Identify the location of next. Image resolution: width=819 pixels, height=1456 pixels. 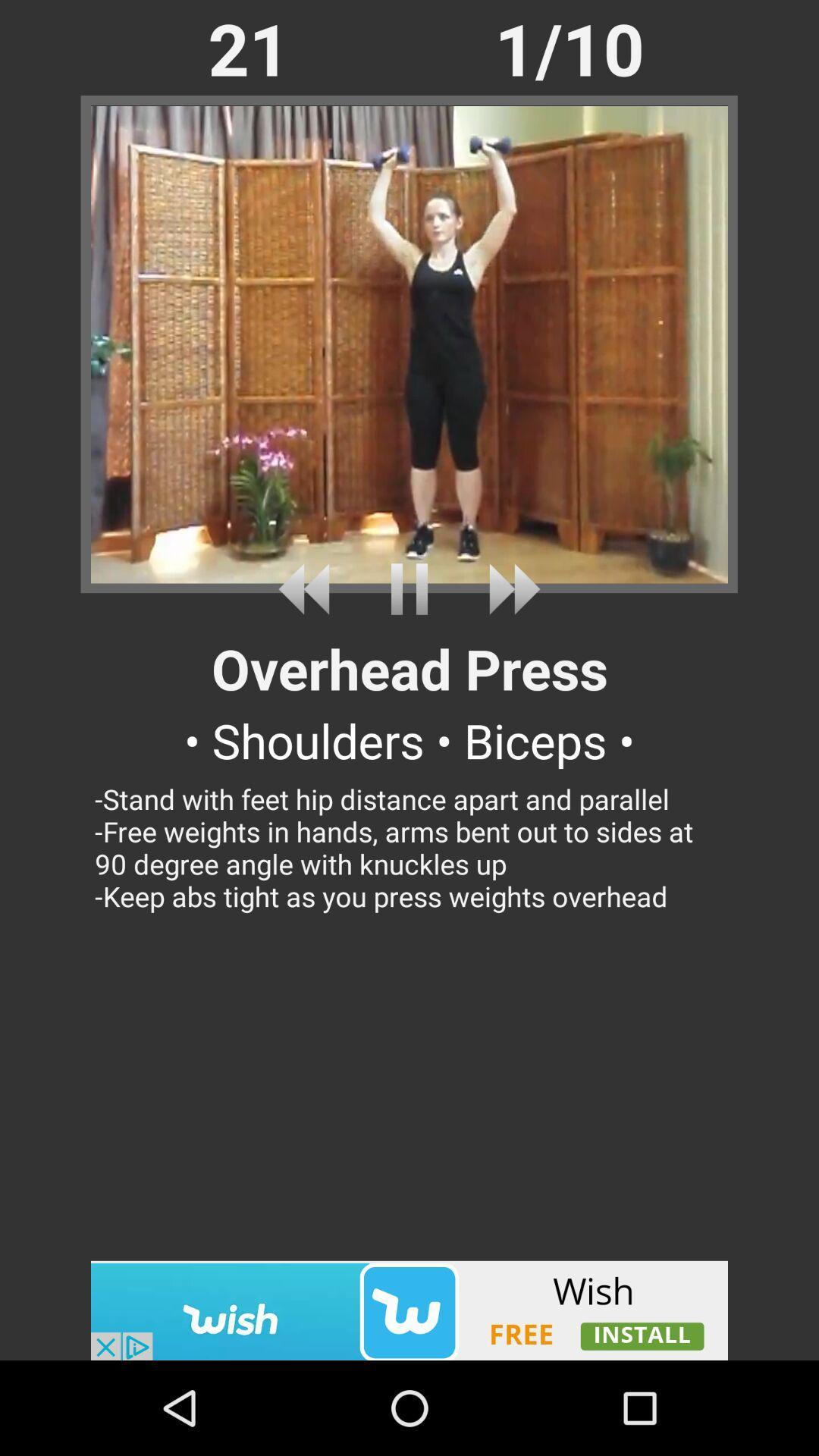
(509, 588).